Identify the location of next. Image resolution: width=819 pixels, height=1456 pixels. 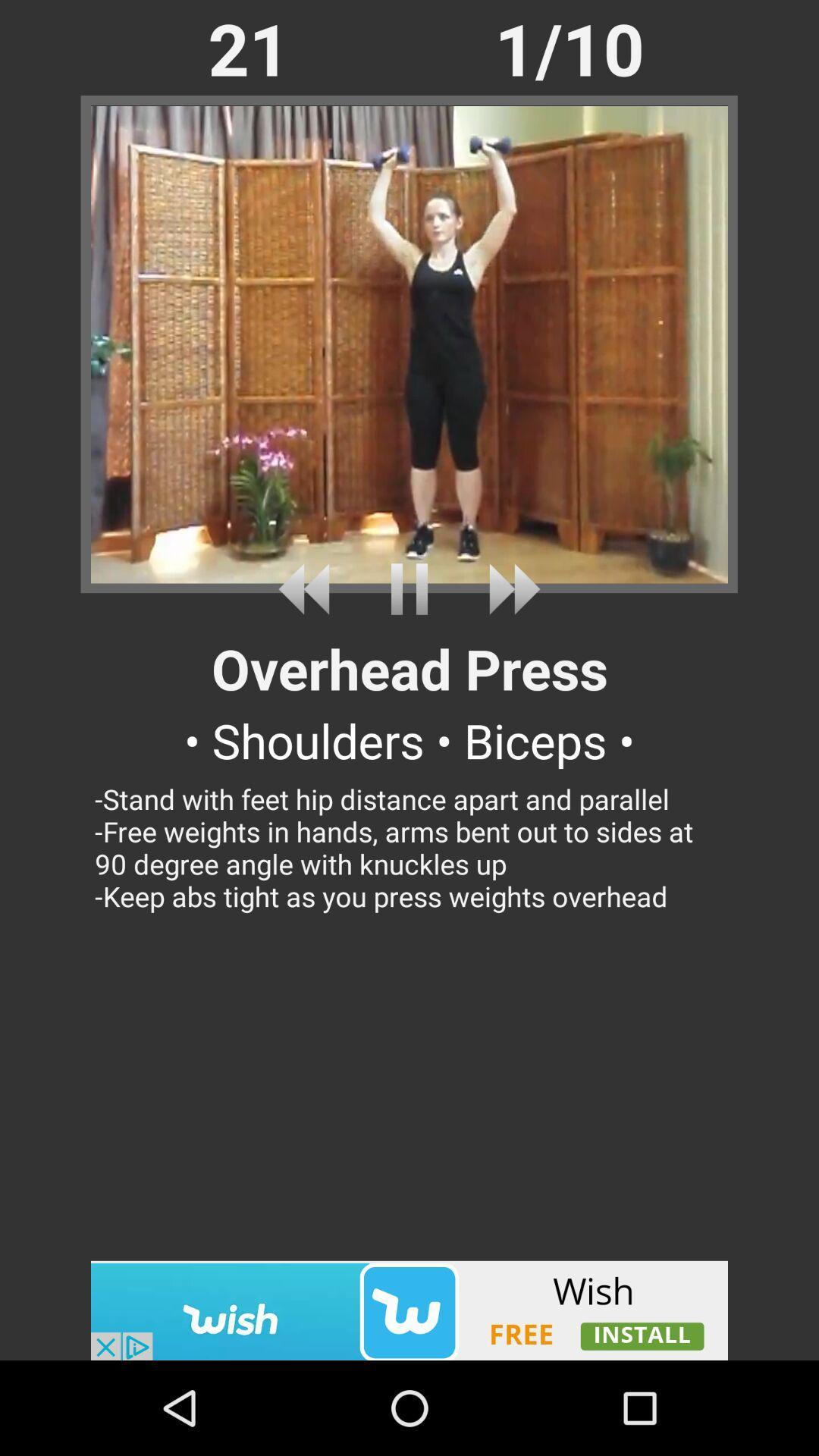
(509, 588).